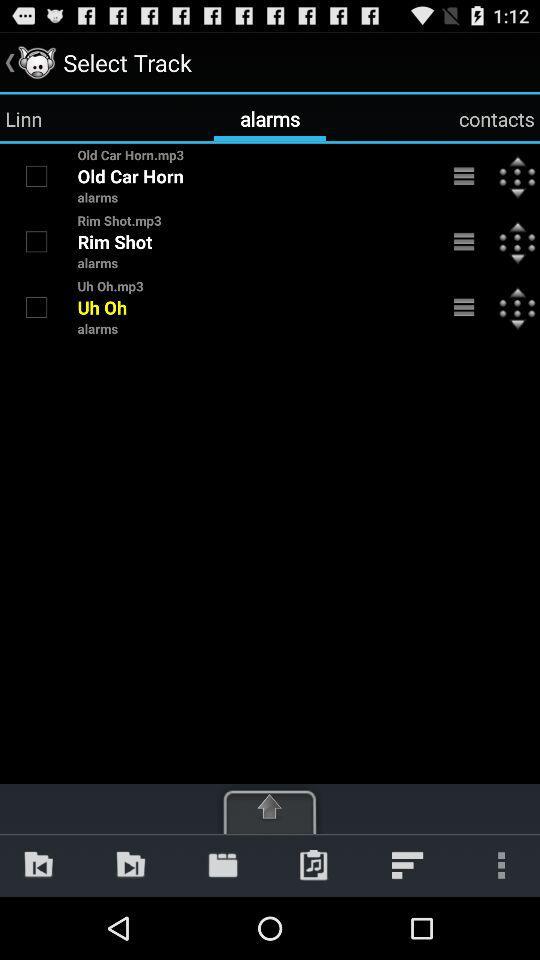 This screenshot has width=540, height=960. What do you see at coordinates (464, 175) in the screenshot?
I see `expand menu or move item for alarm` at bounding box center [464, 175].